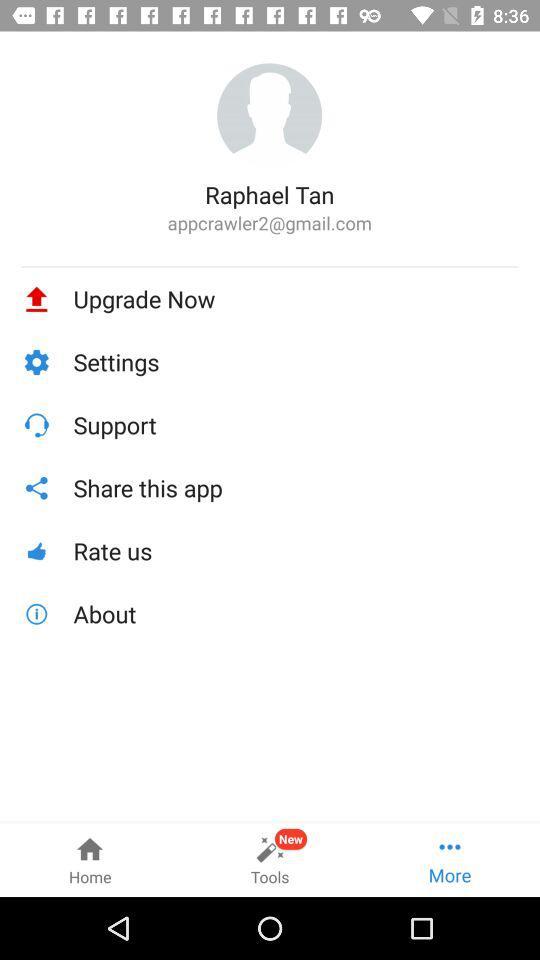  I want to click on icon above about item, so click(295, 551).